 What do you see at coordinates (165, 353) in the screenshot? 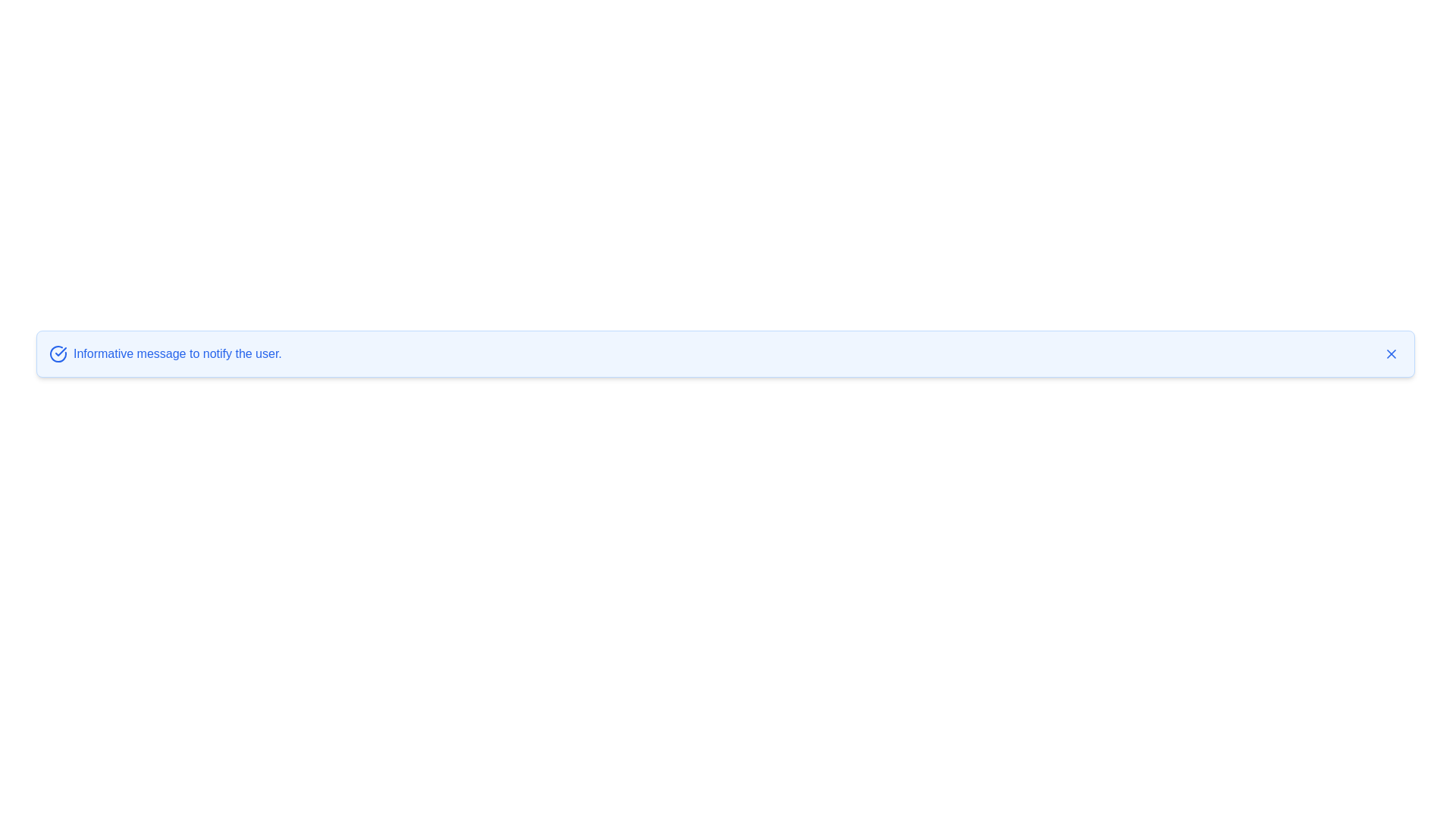
I see `the Text Display element that provides informational messages, located in the notification bar adjacent to a blue checkmark icon` at bounding box center [165, 353].